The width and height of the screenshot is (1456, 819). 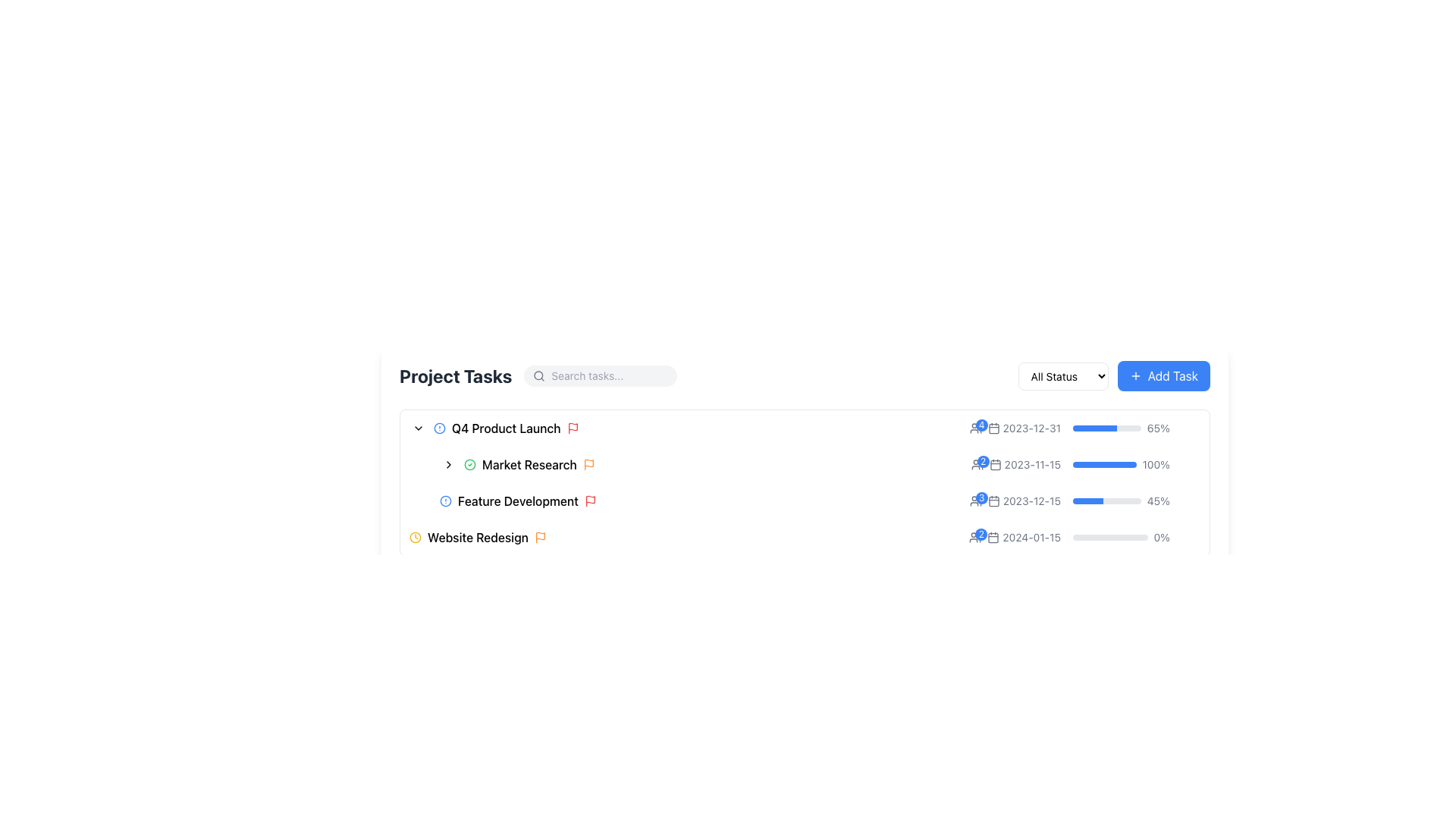 What do you see at coordinates (819, 500) in the screenshot?
I see `the third item in the task list titled 'Project Tasks', which includes the text 'Feature Development', a blue circular icon, a red flag icon, a calendar icon with the date '2023-12-15', and a progress bar at 45%` at bounding box center [819, 500].